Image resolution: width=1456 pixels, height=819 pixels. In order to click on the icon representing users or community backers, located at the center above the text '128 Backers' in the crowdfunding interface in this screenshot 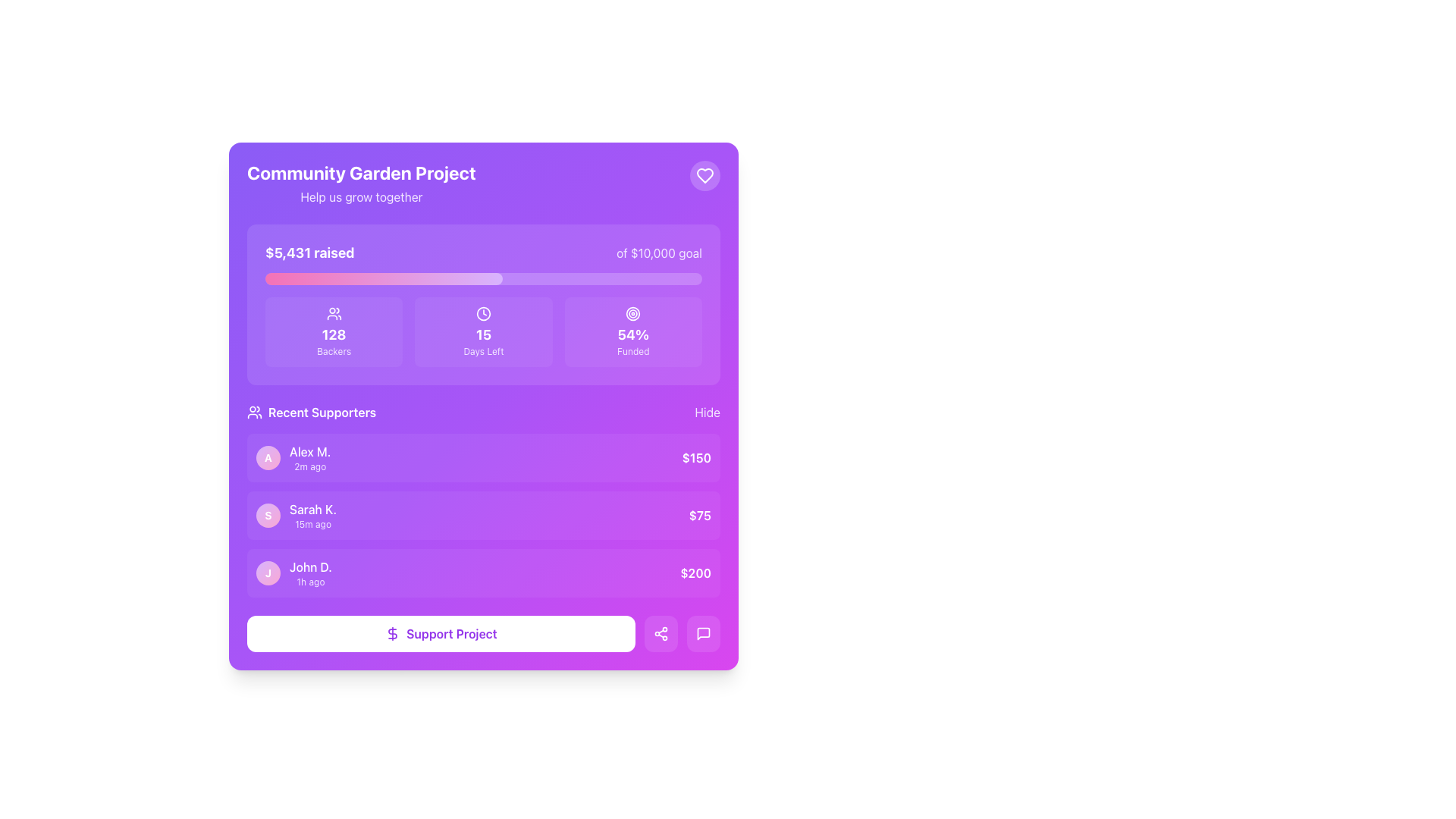, I will do `click(333, 312)`.